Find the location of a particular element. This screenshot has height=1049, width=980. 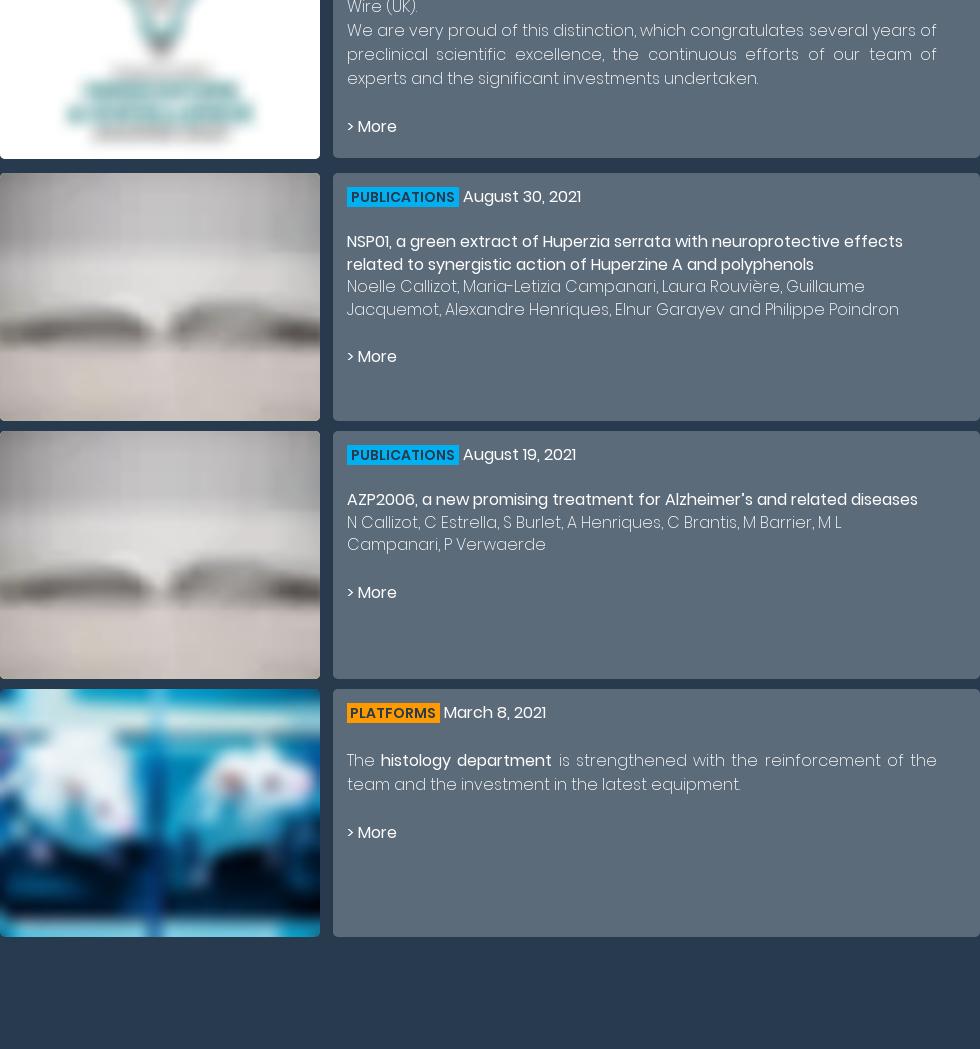

'histology department' is located at coordinates (466, 759).